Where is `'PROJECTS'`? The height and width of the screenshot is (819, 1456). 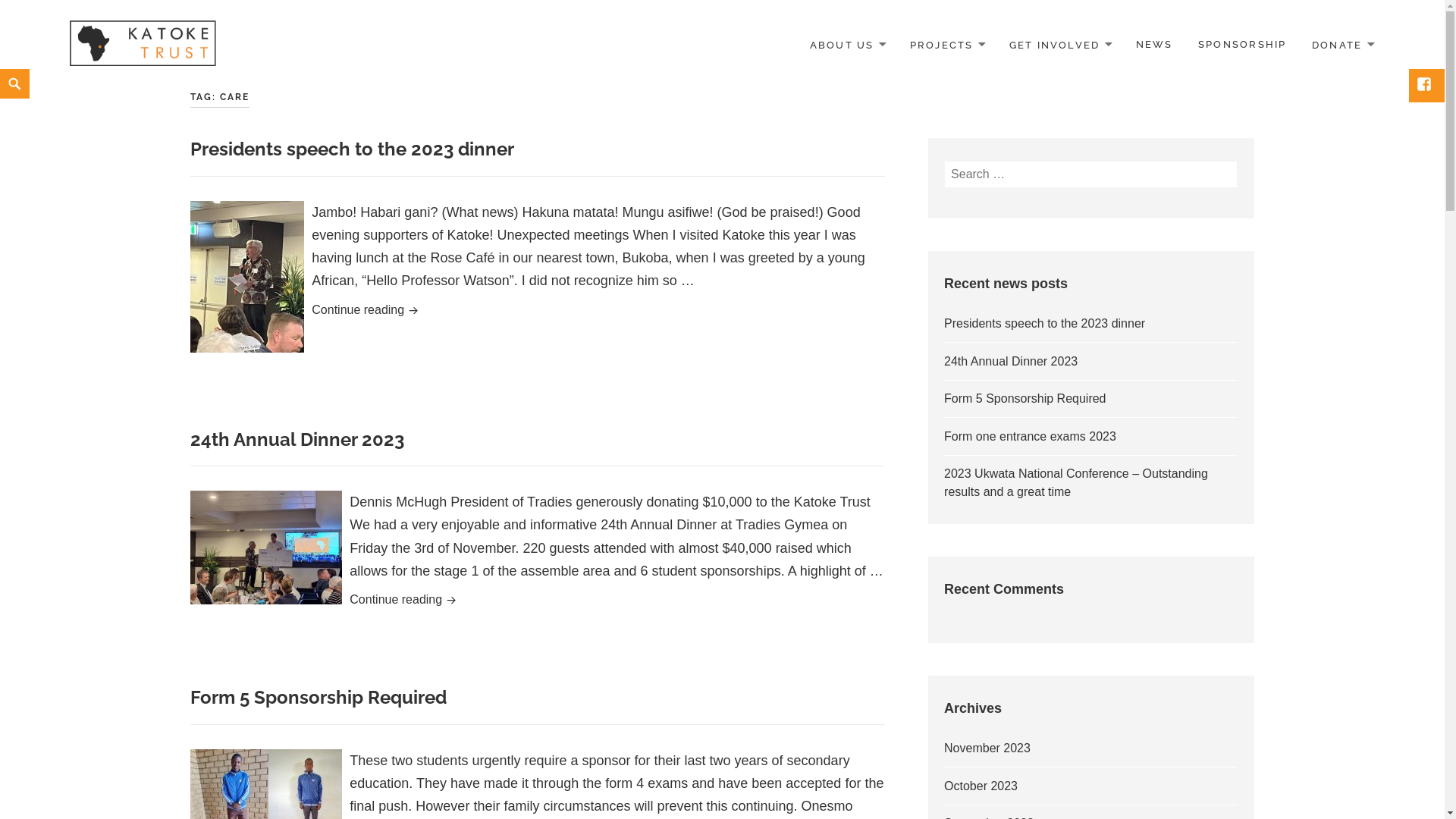 'PROJECTS' is located at coordinates (946, 44).